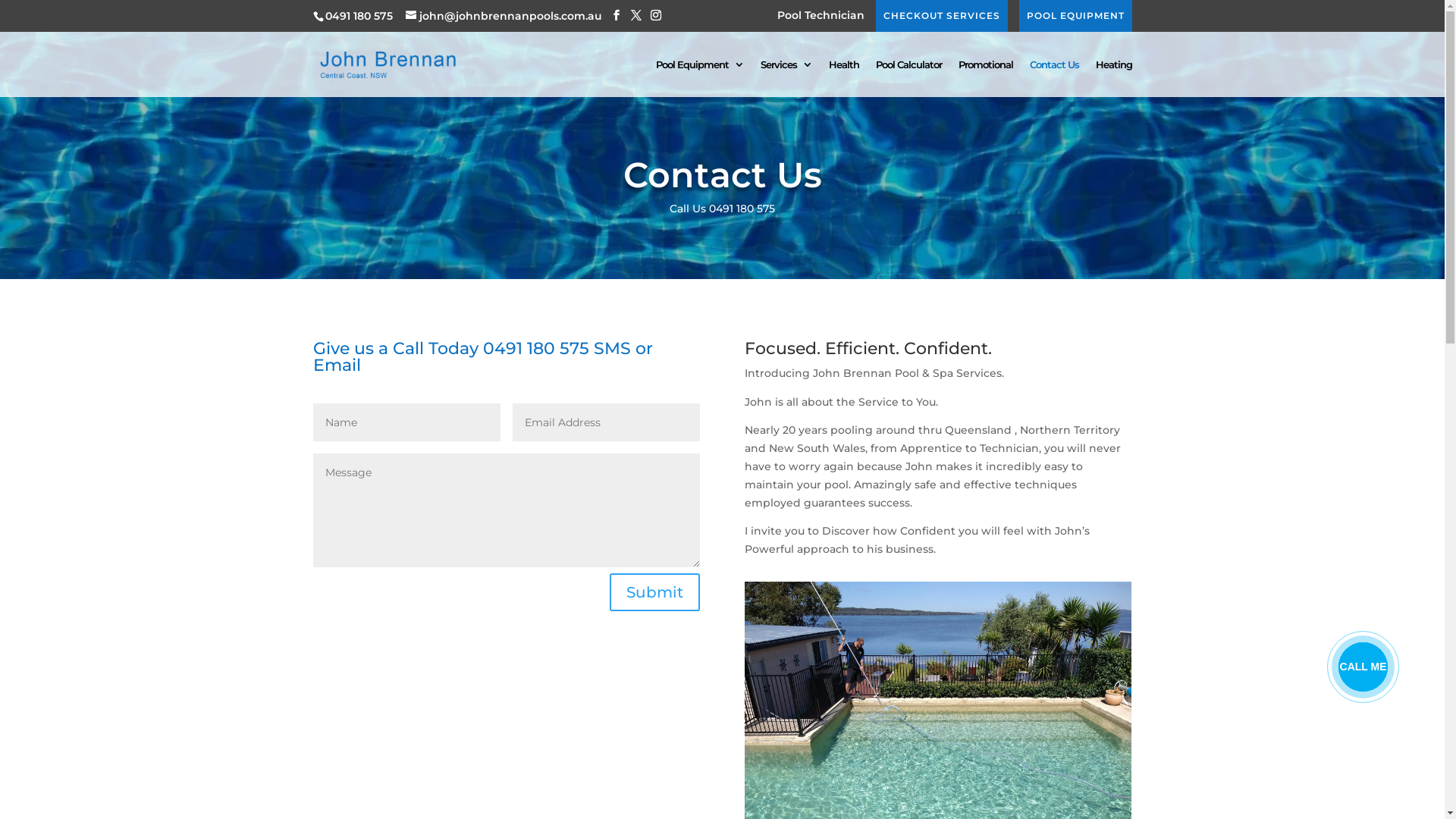 The height and width of the screenshot is (819, 1456). What do you see at coordinates (986, 78) in the screenshot?
I see `'Promotional'` at bounding box center [986, 78].